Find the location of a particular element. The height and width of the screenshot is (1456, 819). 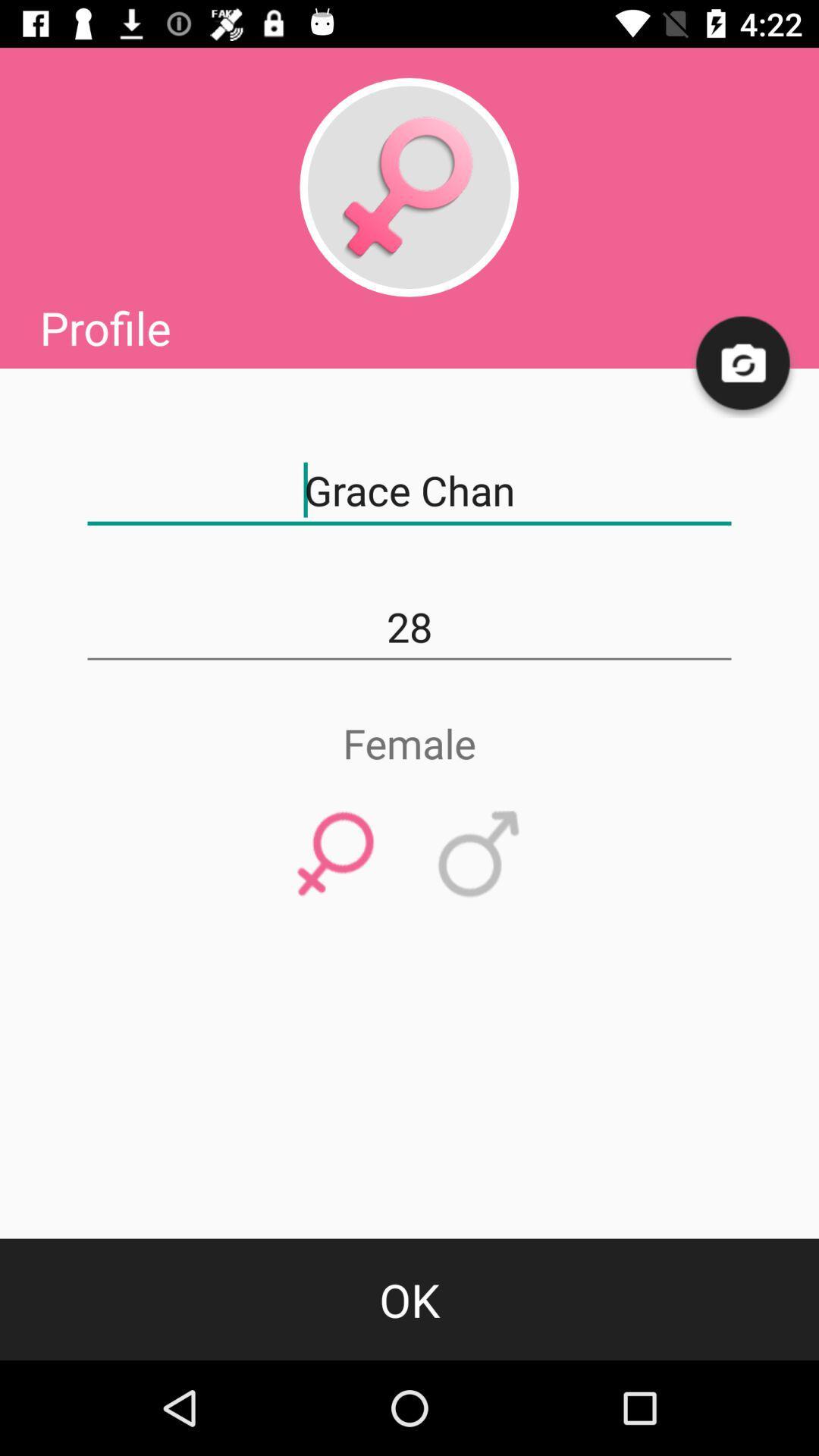

the icon above the ok item is located at coordinates (335, 855).